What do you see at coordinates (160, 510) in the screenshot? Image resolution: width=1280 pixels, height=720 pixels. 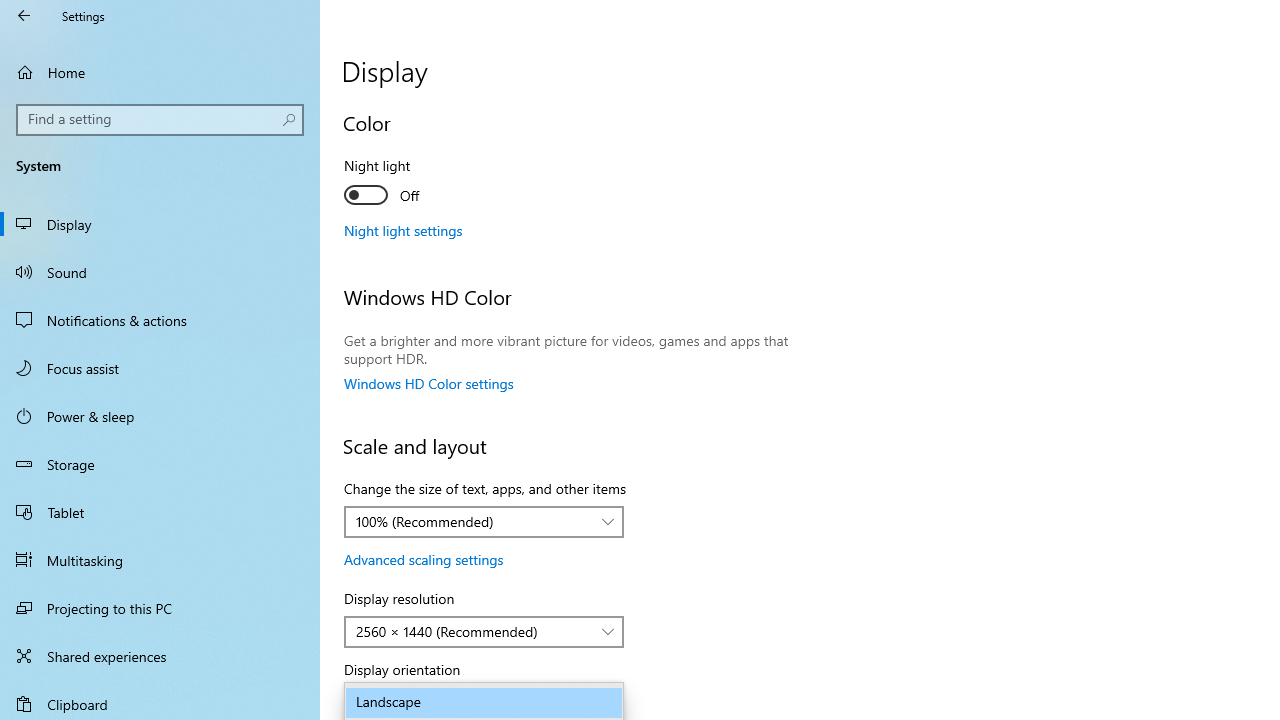 I see `'Tablet'` at bounding box center [160, 510].